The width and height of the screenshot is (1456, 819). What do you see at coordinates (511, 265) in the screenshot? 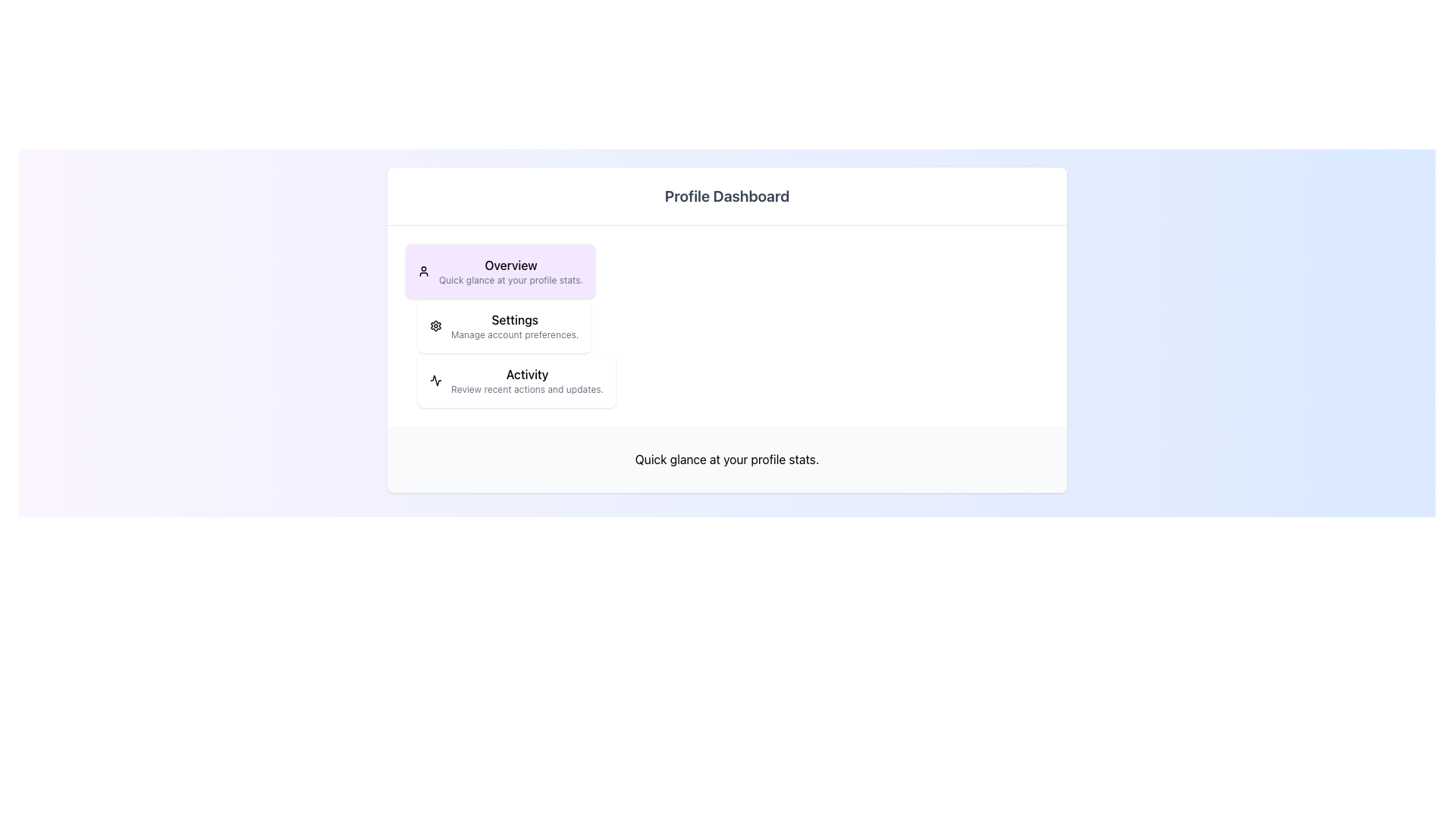
I see `the text label that serves as a heading for the user's profile statistics, located in the upper-left section of the main content area` at bounding box center [511, 265].